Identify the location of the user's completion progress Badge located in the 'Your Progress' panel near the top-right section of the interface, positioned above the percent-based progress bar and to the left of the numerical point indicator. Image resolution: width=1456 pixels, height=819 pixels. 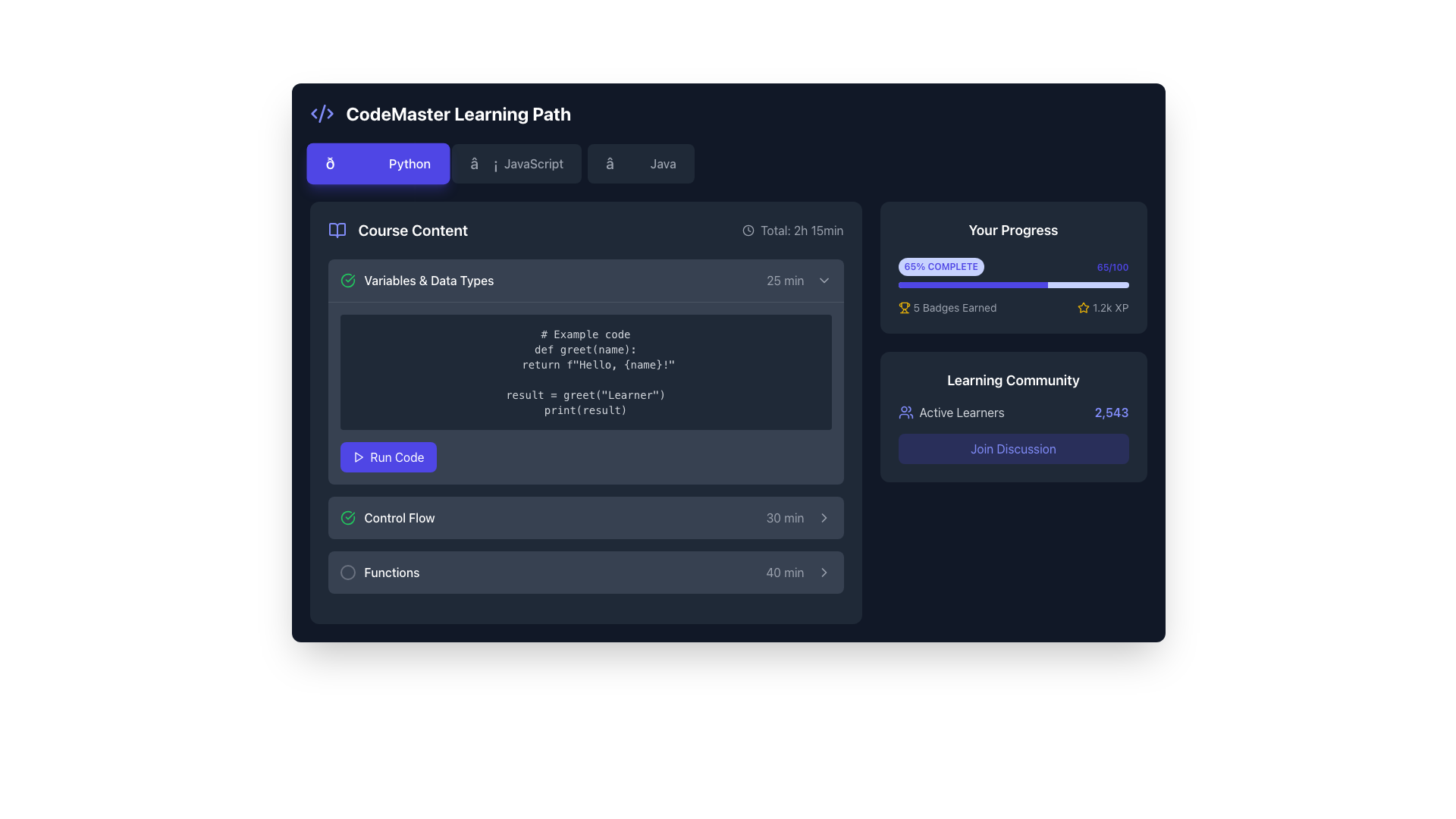
(940, 265).